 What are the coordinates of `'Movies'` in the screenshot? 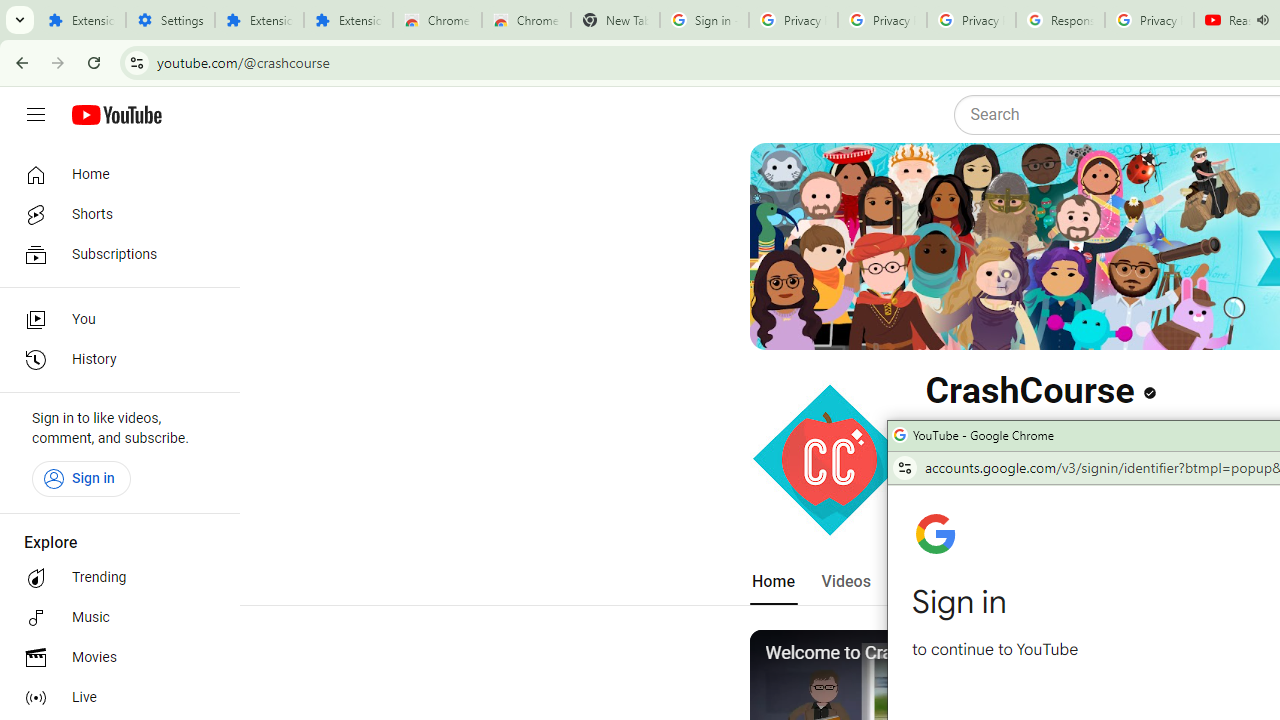 It's located at (112, 658).